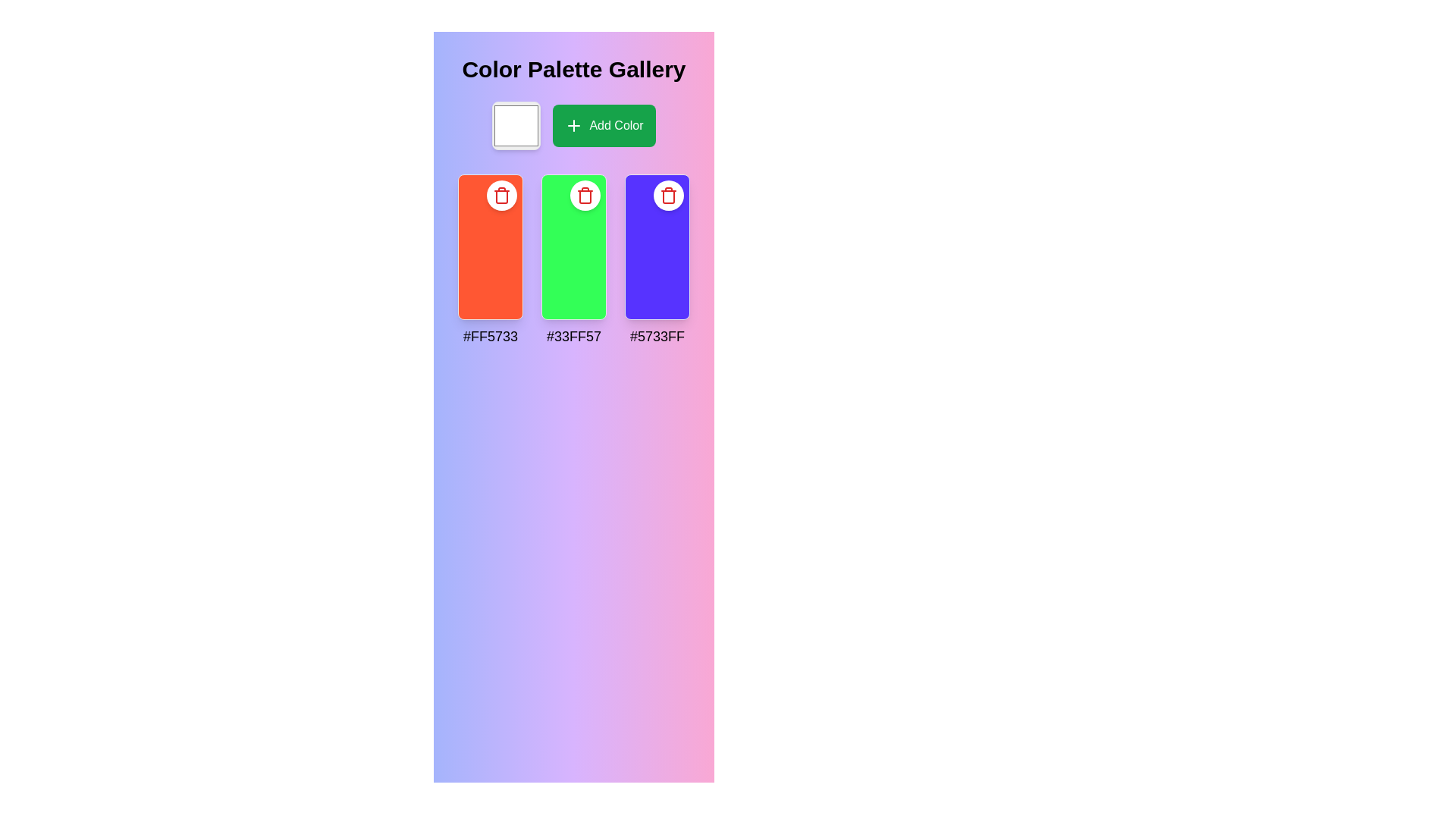 This screenshot has height=819, width=1456. I want to click on text from the header element displayed in large, bold black font, which is centered at the top of the page, above the input box and the green 'Add Color' button, so click(573, 70).